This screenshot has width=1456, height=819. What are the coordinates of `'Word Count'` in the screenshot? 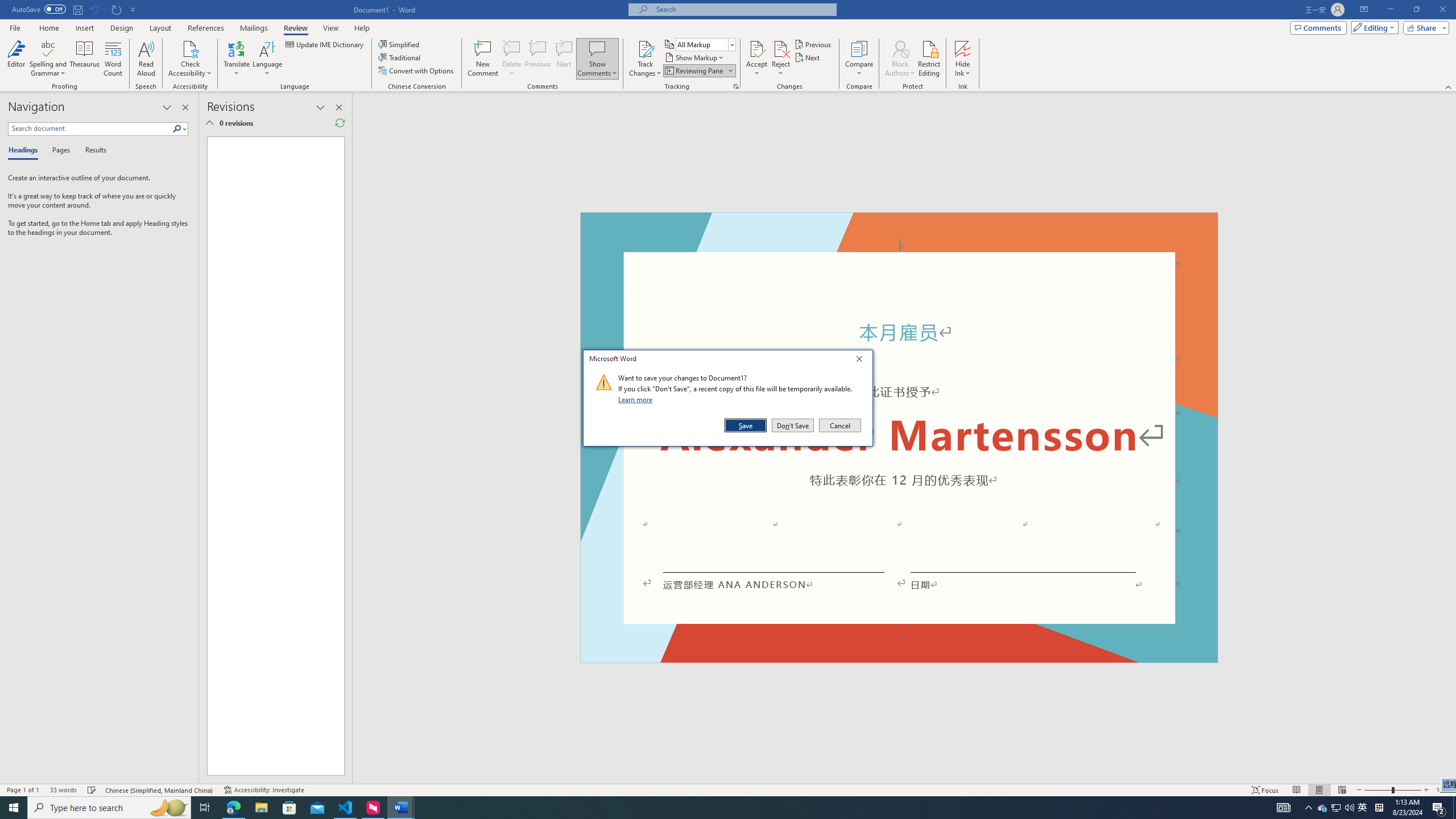 It's located at (113, 59).